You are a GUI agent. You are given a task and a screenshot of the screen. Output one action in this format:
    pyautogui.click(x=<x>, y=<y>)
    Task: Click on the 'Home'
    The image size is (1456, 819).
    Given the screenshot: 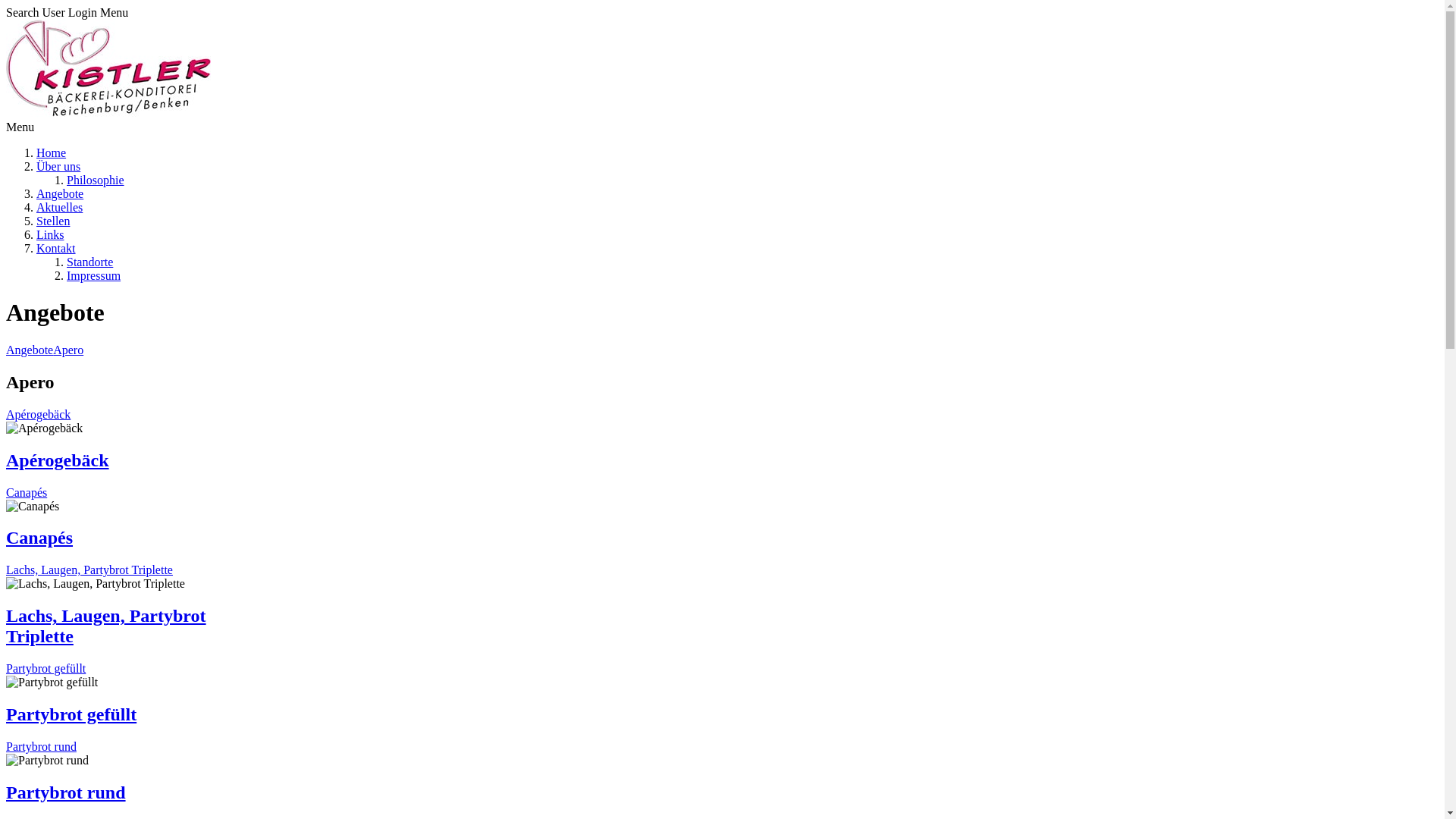 What is the action you would take?
    pyautogui.click(x=51, y=152)
    